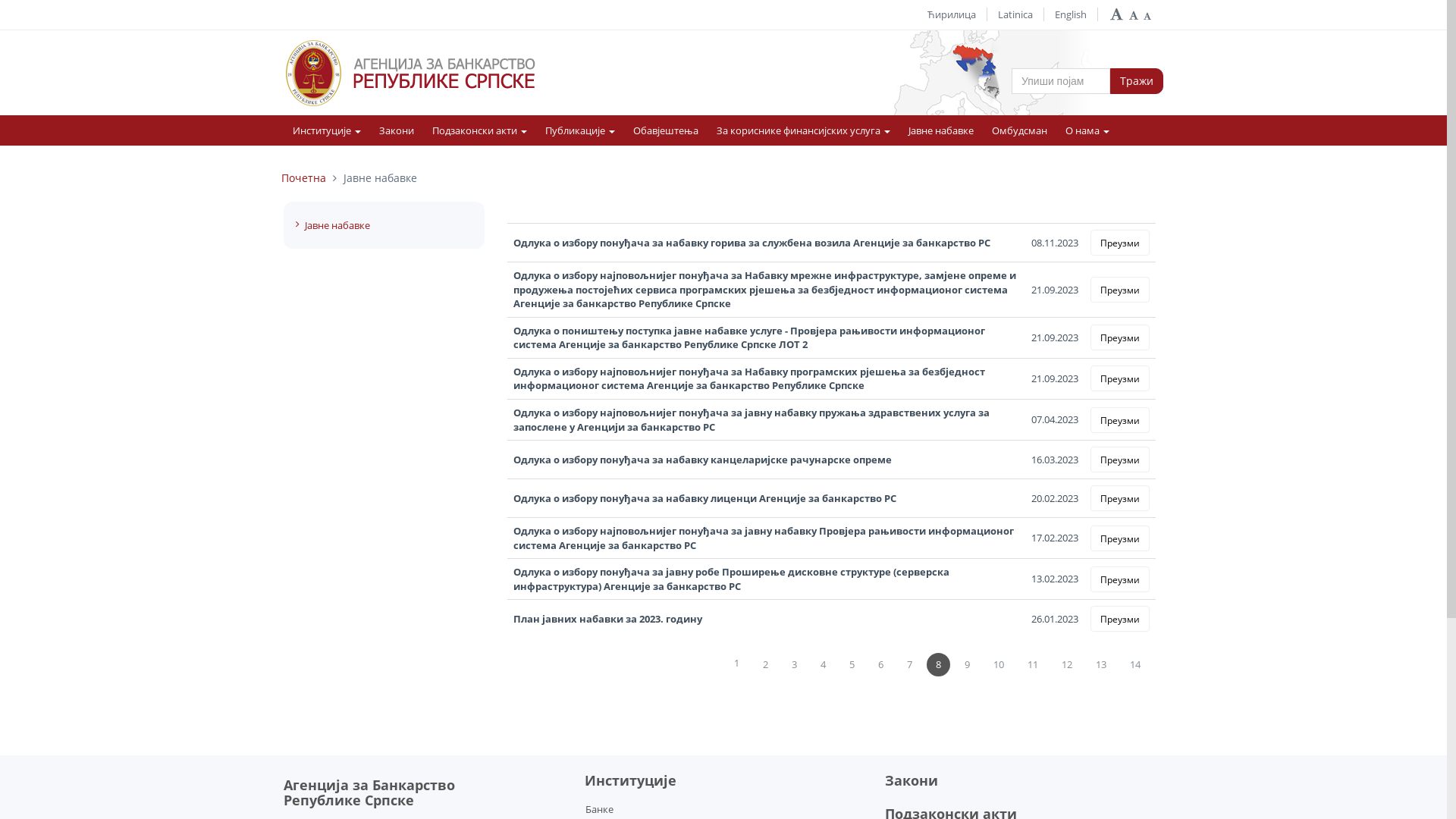  I want to click on '12', so click(1065, 664).